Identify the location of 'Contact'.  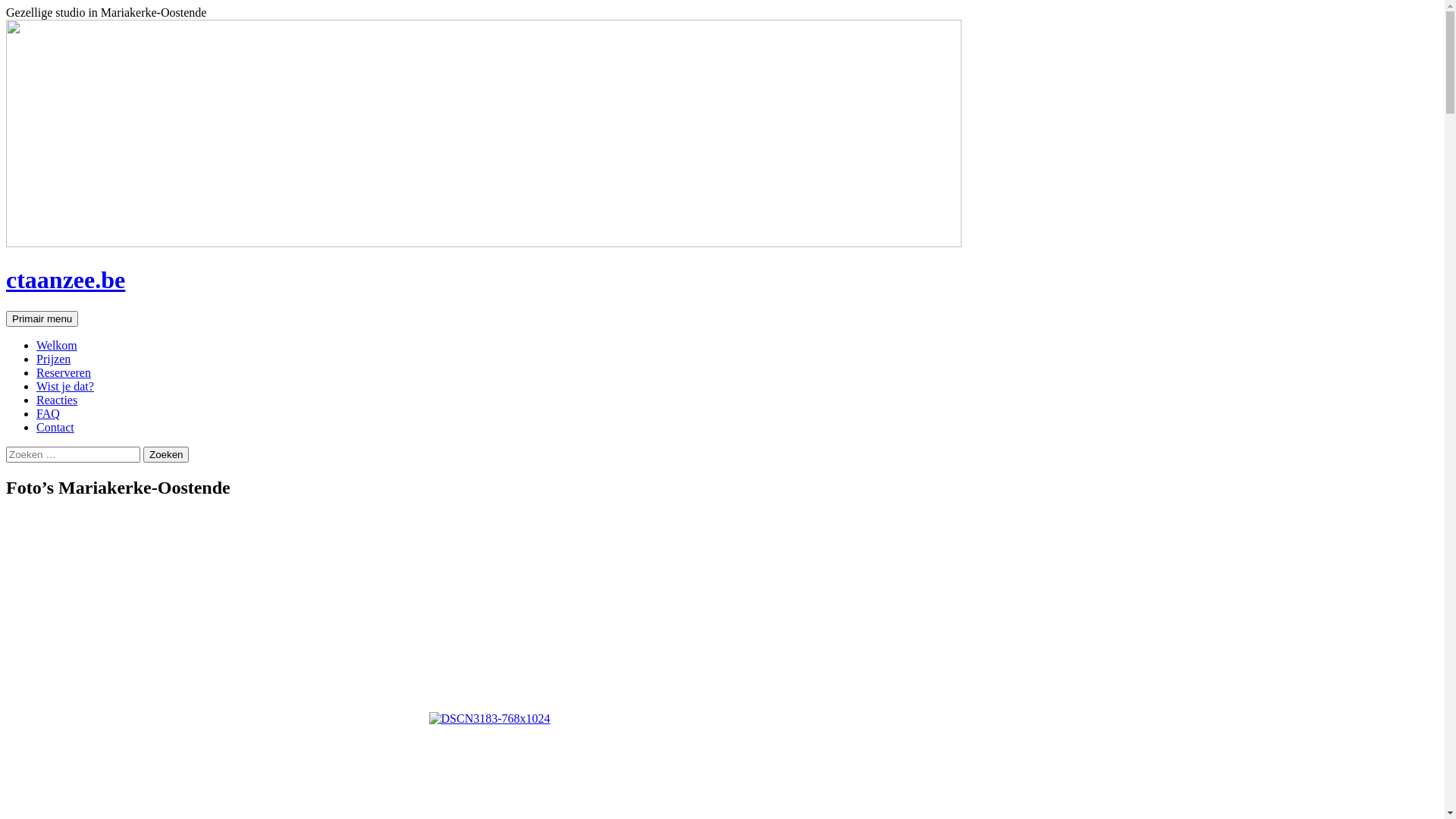
(55, 427).